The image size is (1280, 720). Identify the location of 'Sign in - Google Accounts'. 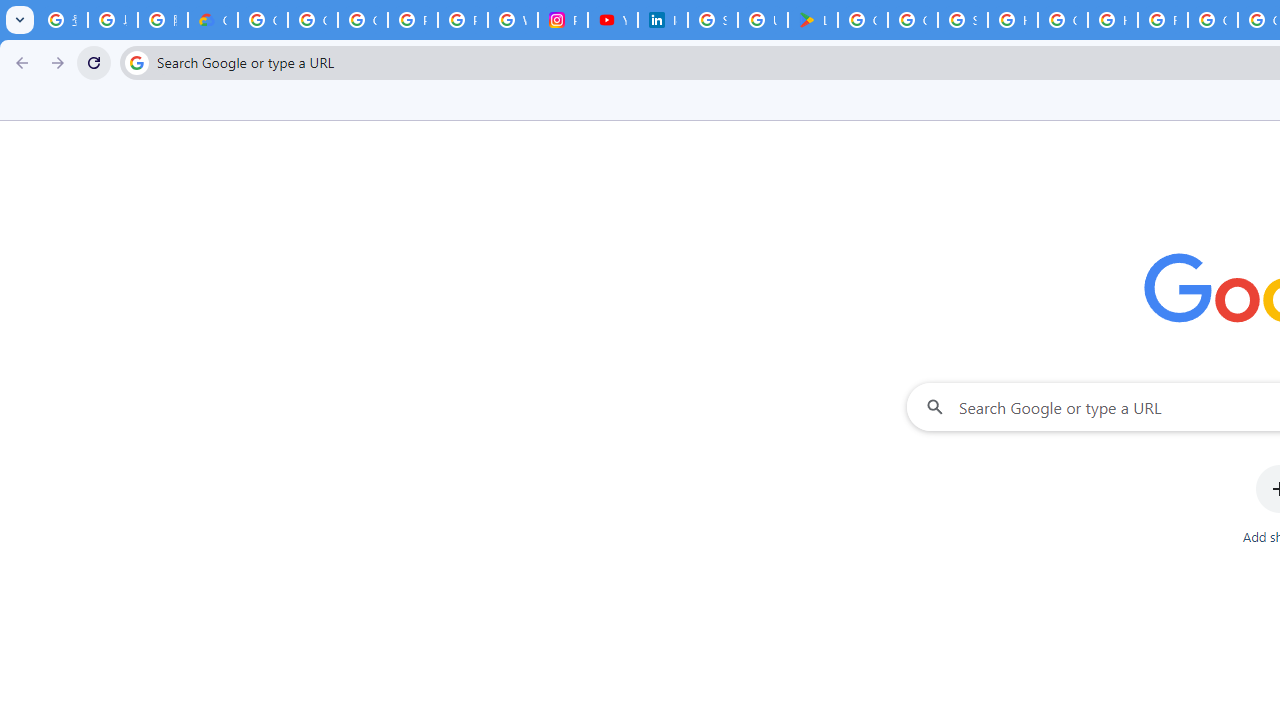
(712, 20).